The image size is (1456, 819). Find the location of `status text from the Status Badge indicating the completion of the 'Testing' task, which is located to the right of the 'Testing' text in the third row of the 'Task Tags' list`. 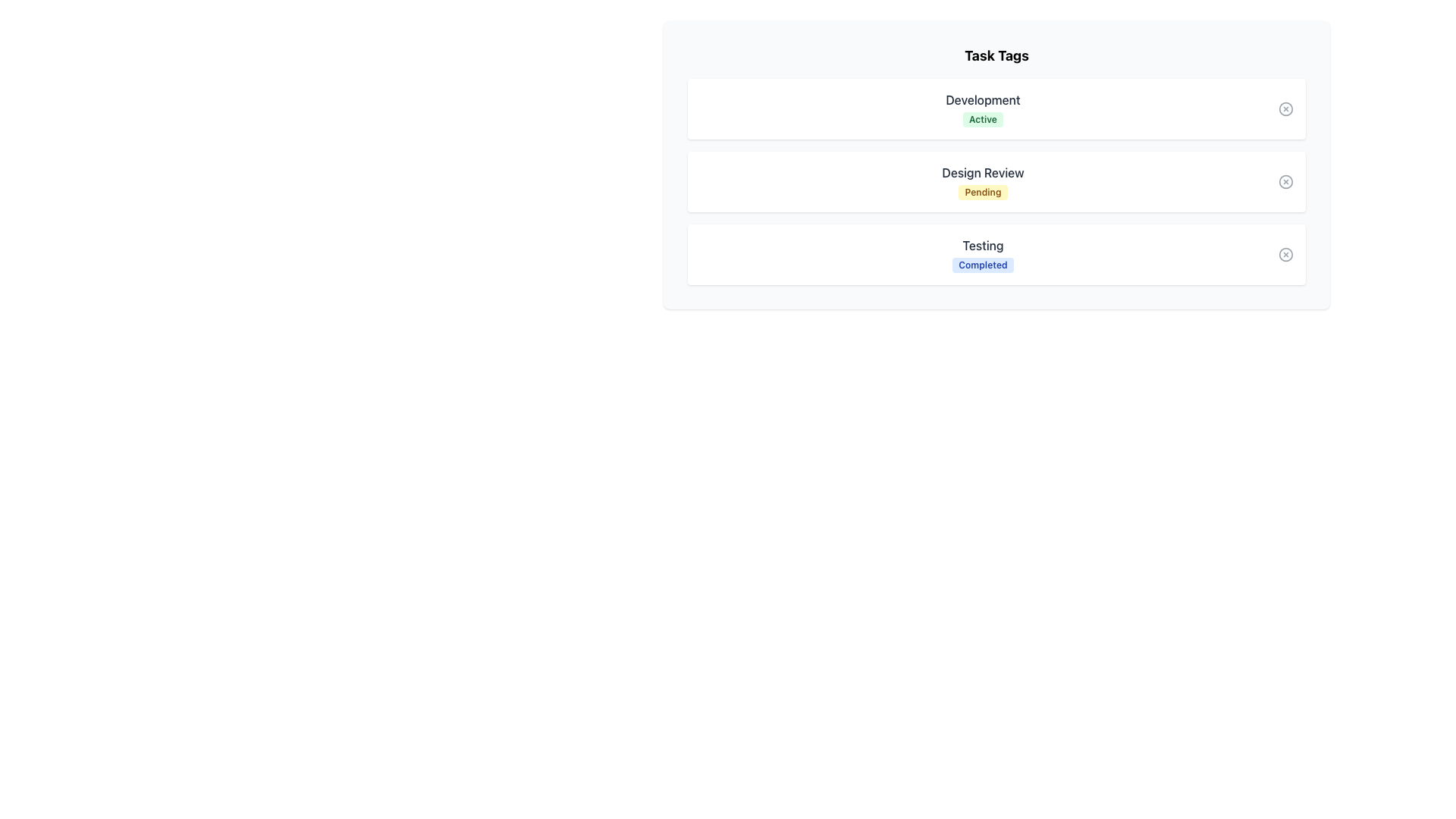

status text from the Status Badge indicating the completion of the 'Testing' task, which is located to the right of the 'Testing' text in the third row of the 'Task Tags' list is located at coordinates (983, 265).